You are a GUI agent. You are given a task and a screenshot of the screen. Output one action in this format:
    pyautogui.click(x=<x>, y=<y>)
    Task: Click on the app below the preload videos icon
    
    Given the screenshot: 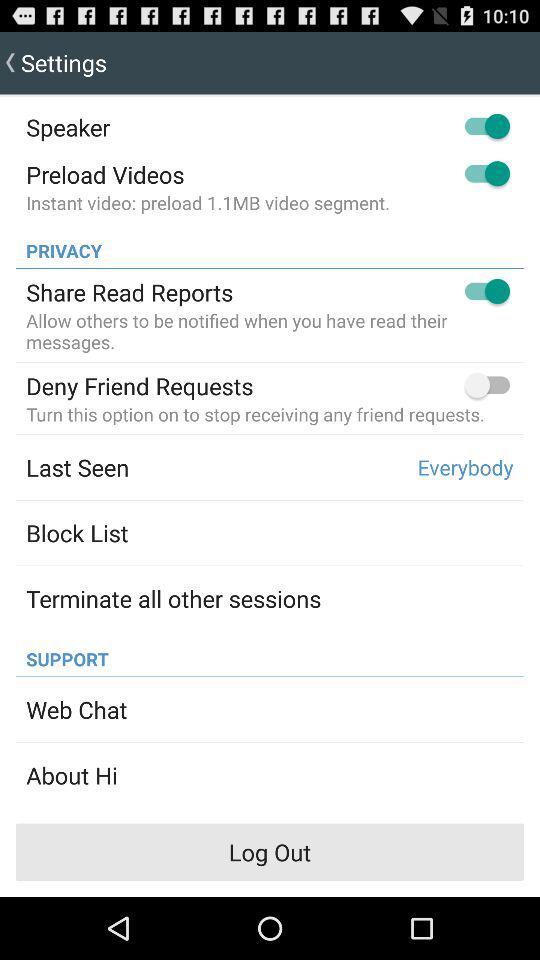 What is the action you would take?
    pyautogui.click(x=207, y=202)
    